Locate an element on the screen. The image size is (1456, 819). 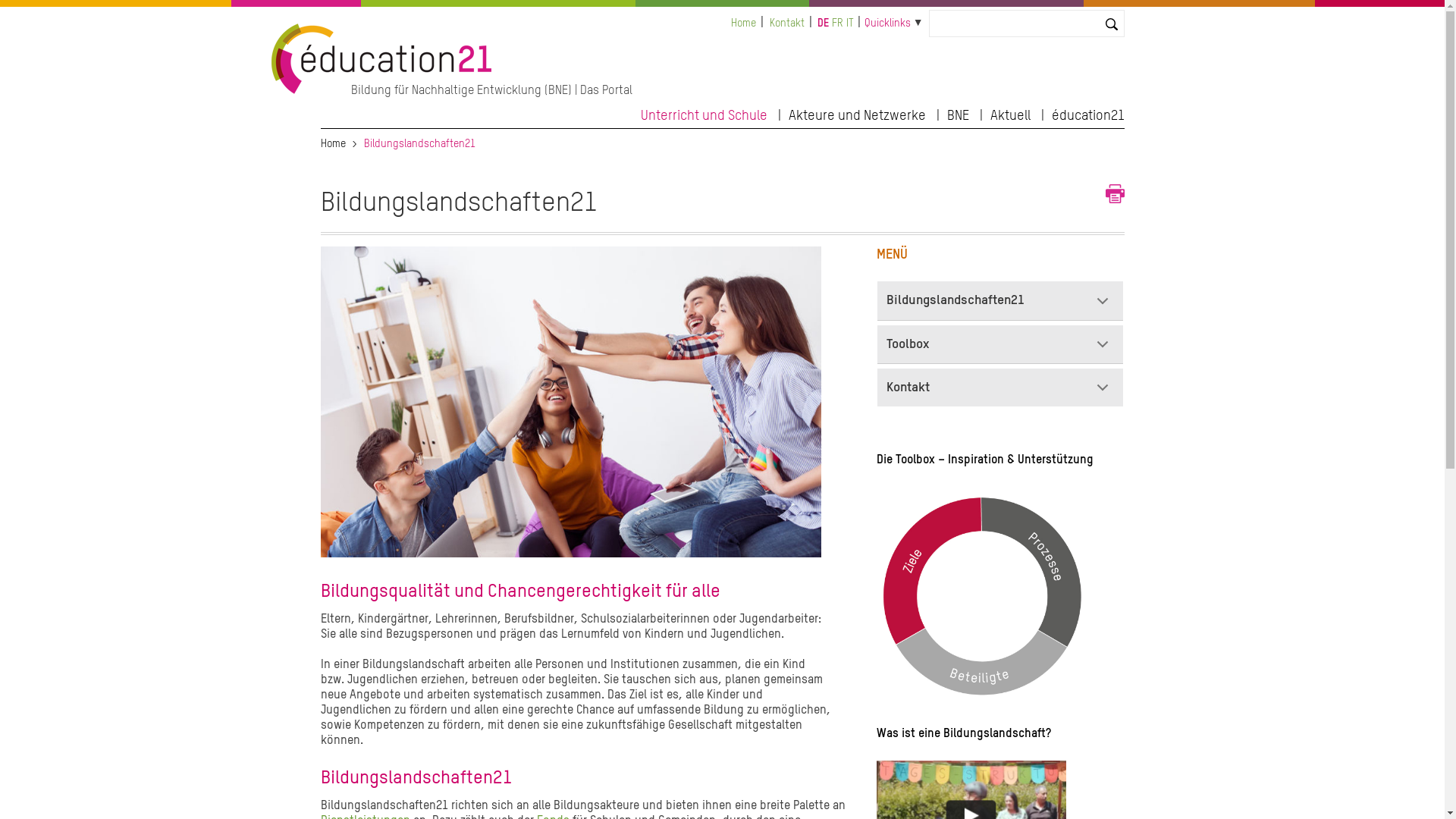
'Kontakt' is located at coordinates (786, 23).